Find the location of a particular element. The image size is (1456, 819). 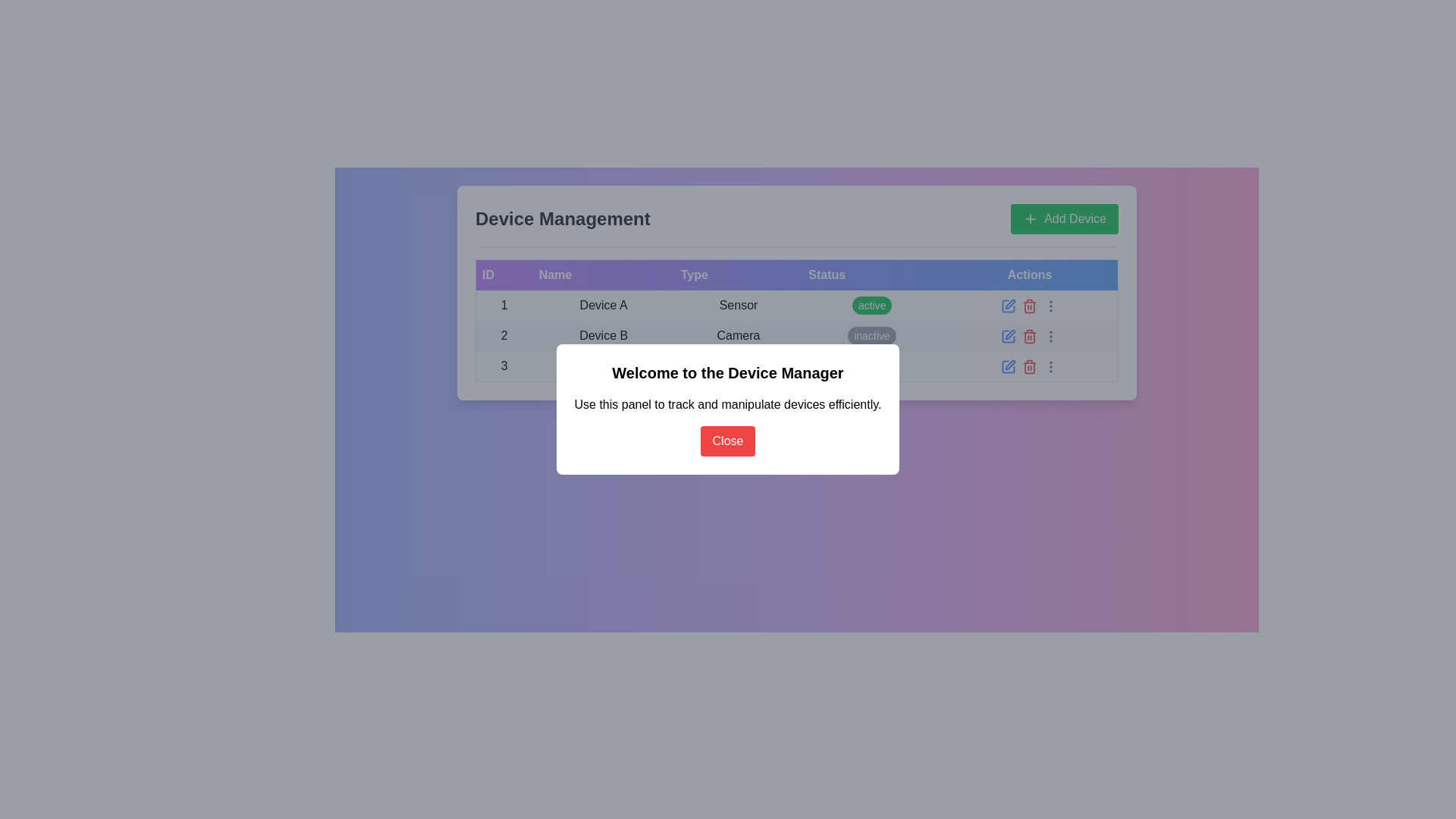

the edit button located in the 'Actions' column of the first row in the table to trigger a tooltip is located at coordinates (1008, 305).